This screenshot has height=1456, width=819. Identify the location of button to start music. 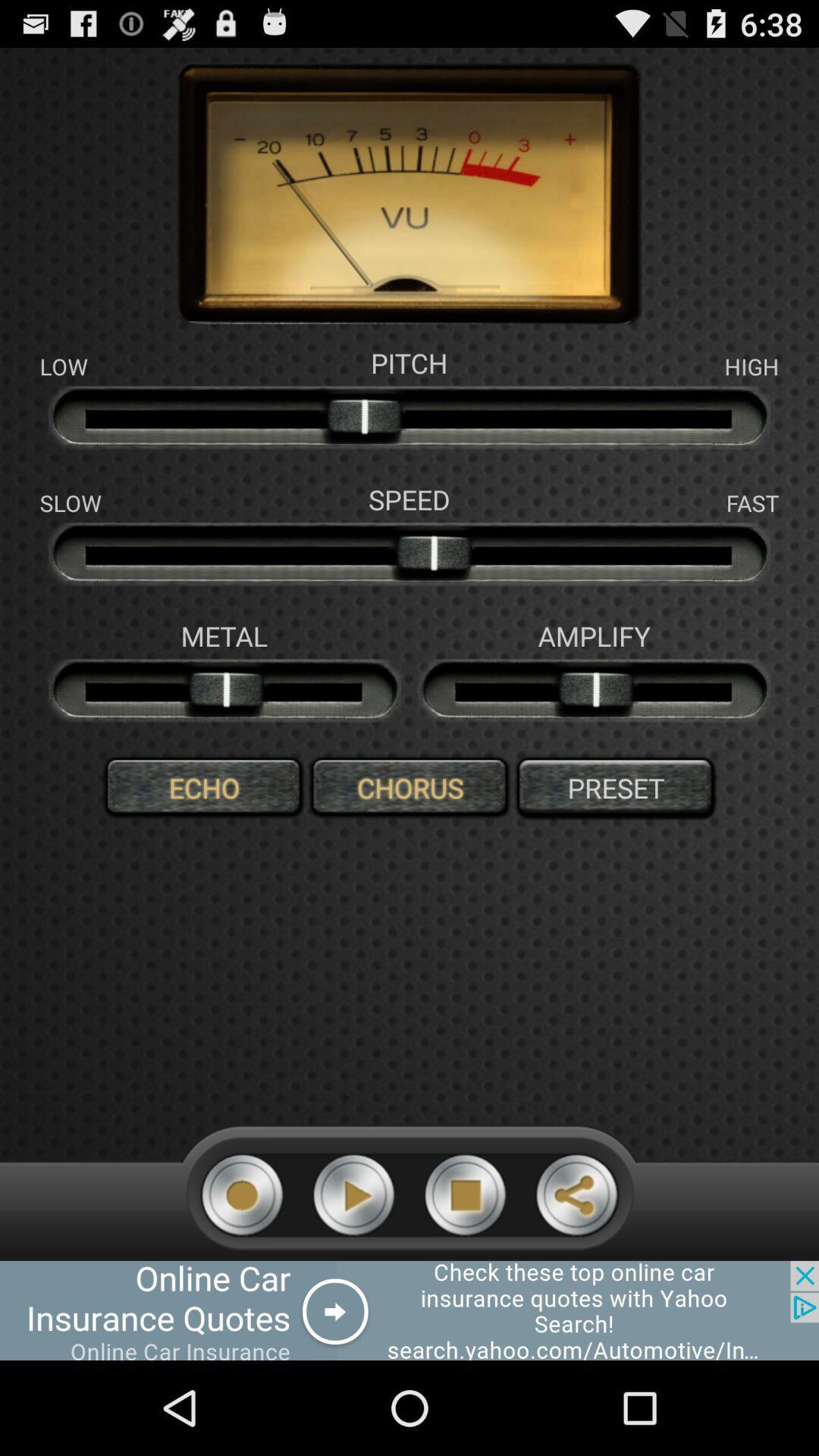
(353, 1194).